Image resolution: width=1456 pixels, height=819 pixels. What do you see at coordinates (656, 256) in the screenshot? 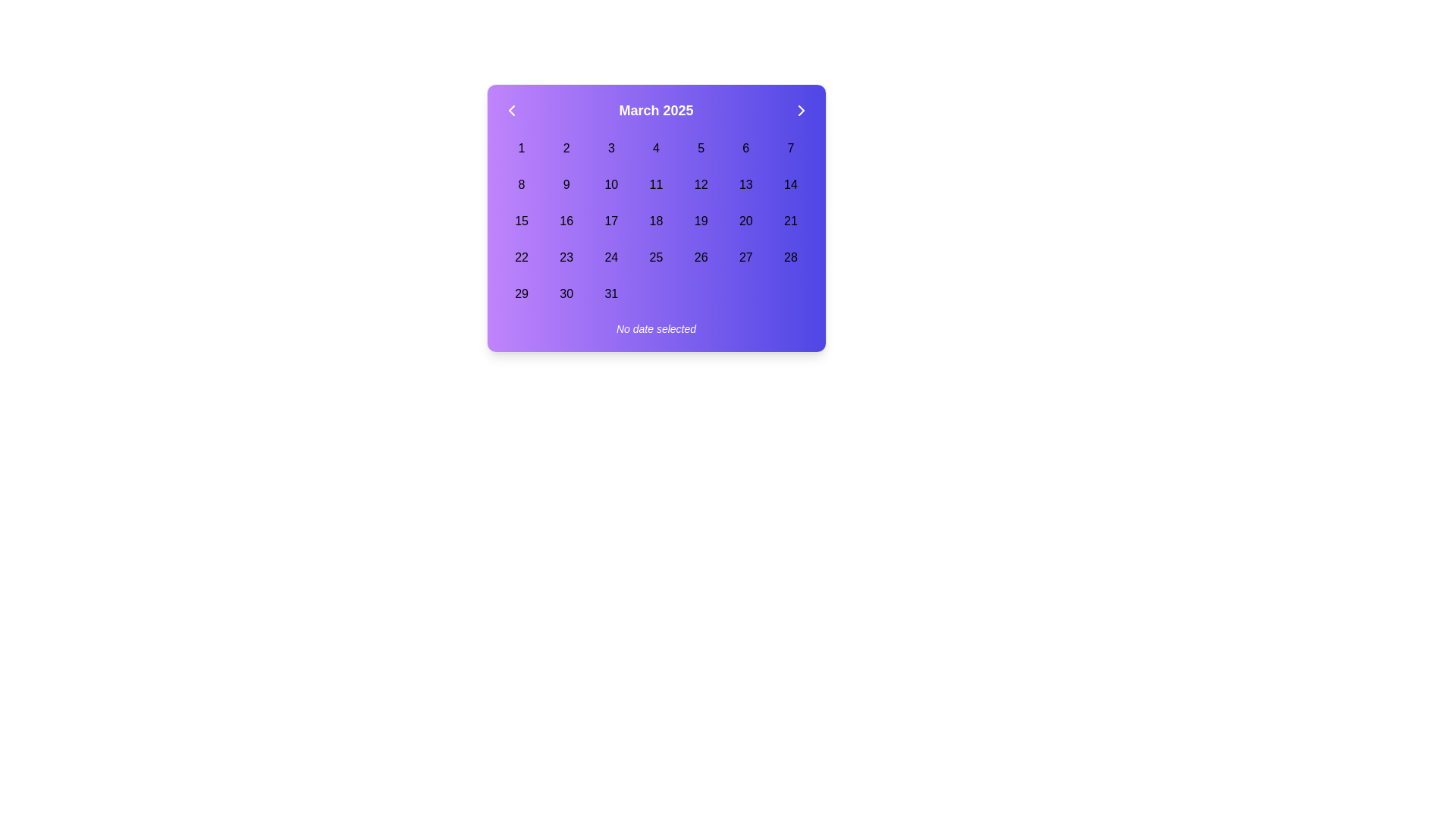
I see `the circular button labeled '25' in the calendar grid` at bounding box center [656, 256].